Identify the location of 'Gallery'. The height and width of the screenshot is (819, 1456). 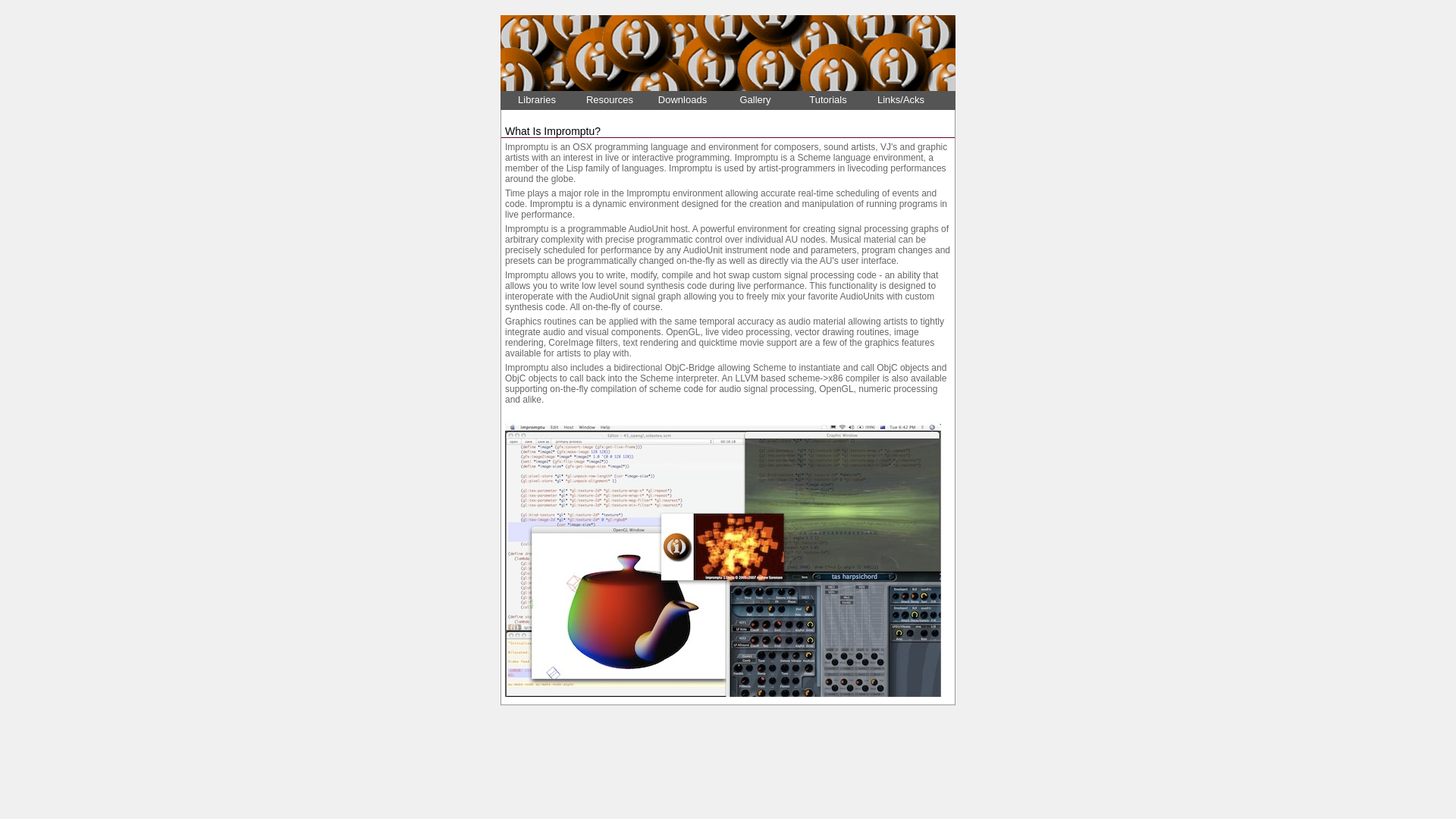
(755, 99).